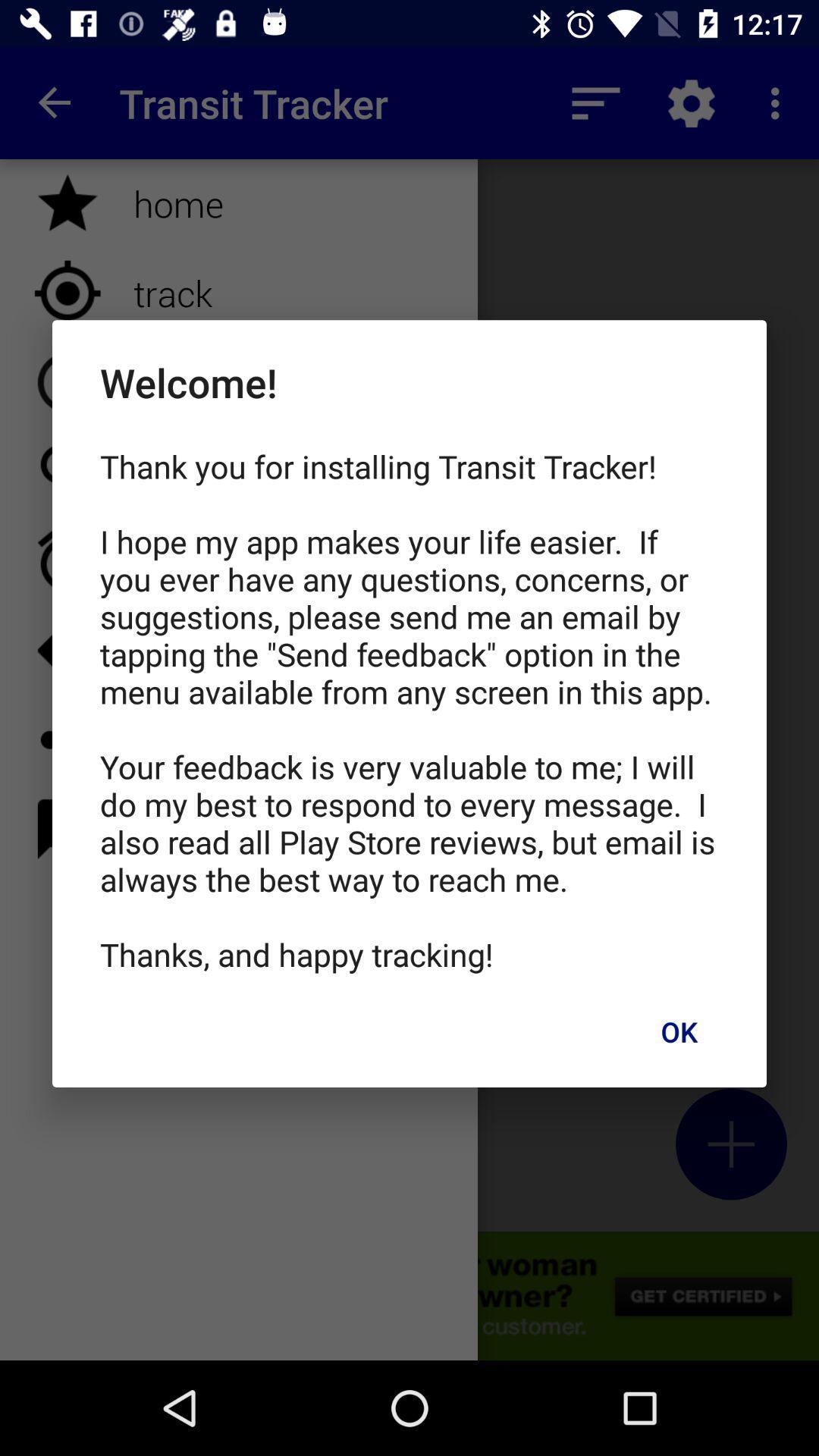 The width and height of the screenshot is (819, 1456). I want to click on the ok button, so click(678, 1031).